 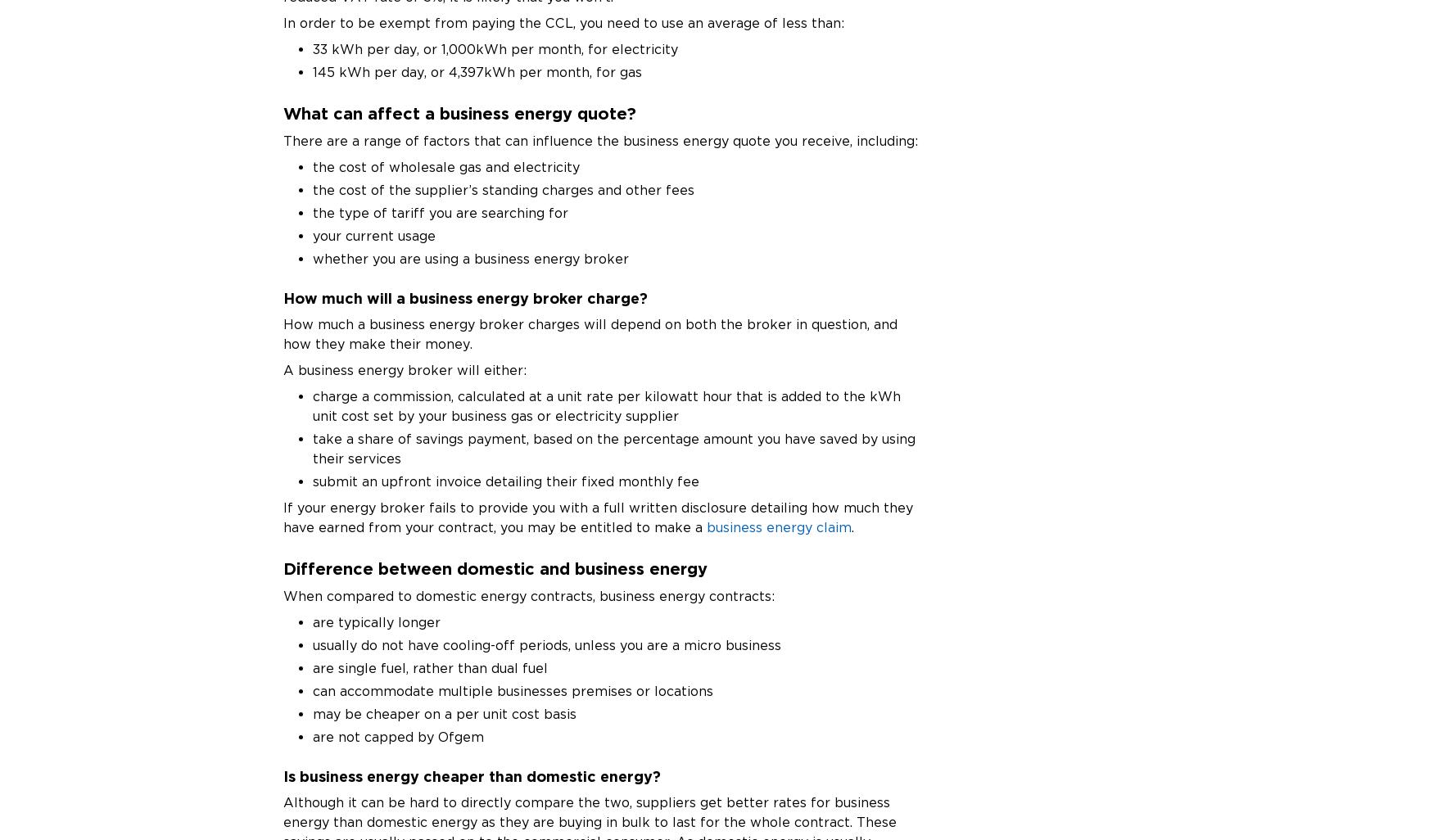 What do you see at coordinates (312, 70) in the screenshot?
I see `'145 kWh per day, or 4,397kWh per month, for gas'` at bounding box center [312, 70].